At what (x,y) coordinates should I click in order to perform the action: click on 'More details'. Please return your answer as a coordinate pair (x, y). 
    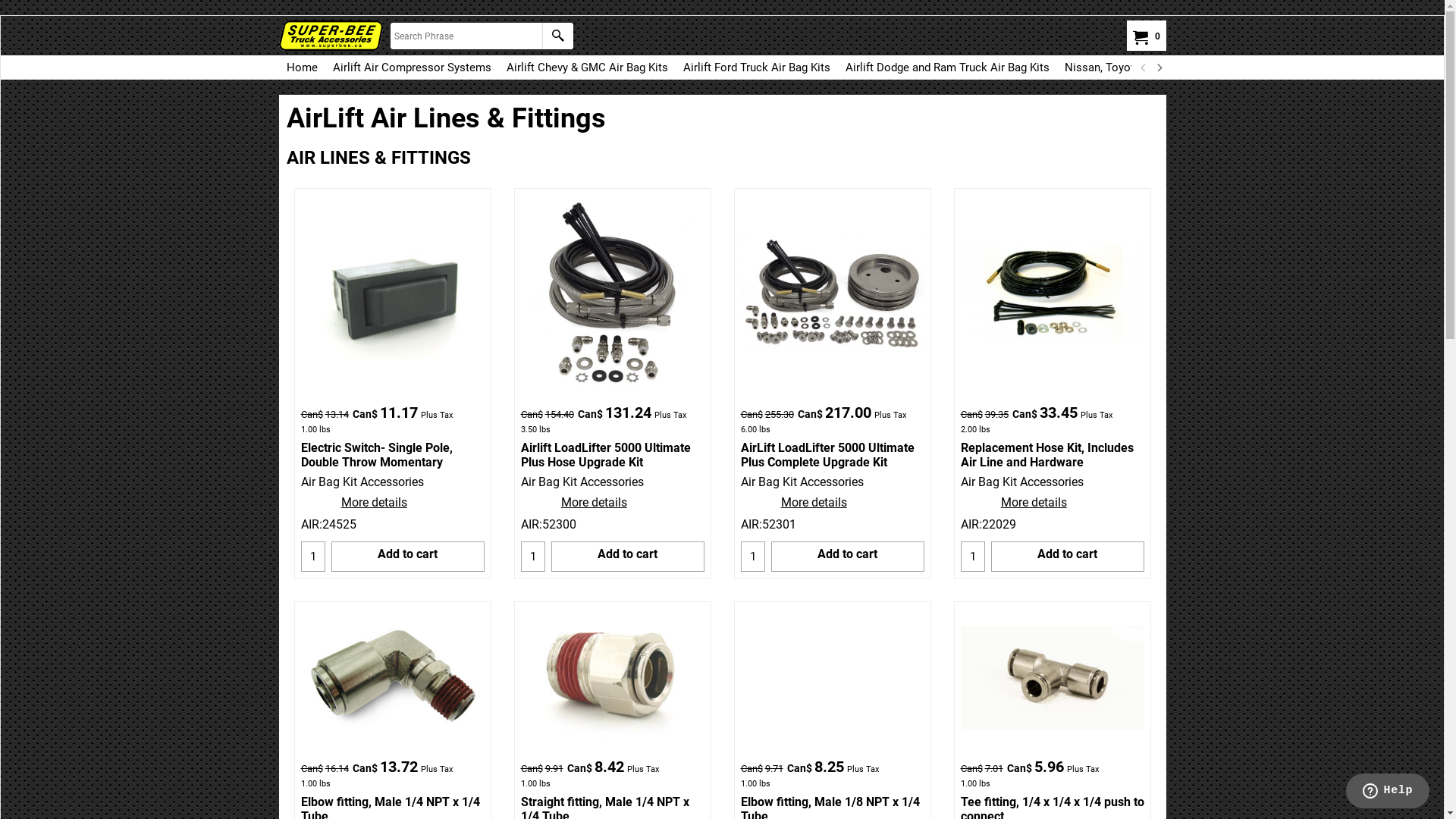
    Looking at the image, I should click on (592, 501).